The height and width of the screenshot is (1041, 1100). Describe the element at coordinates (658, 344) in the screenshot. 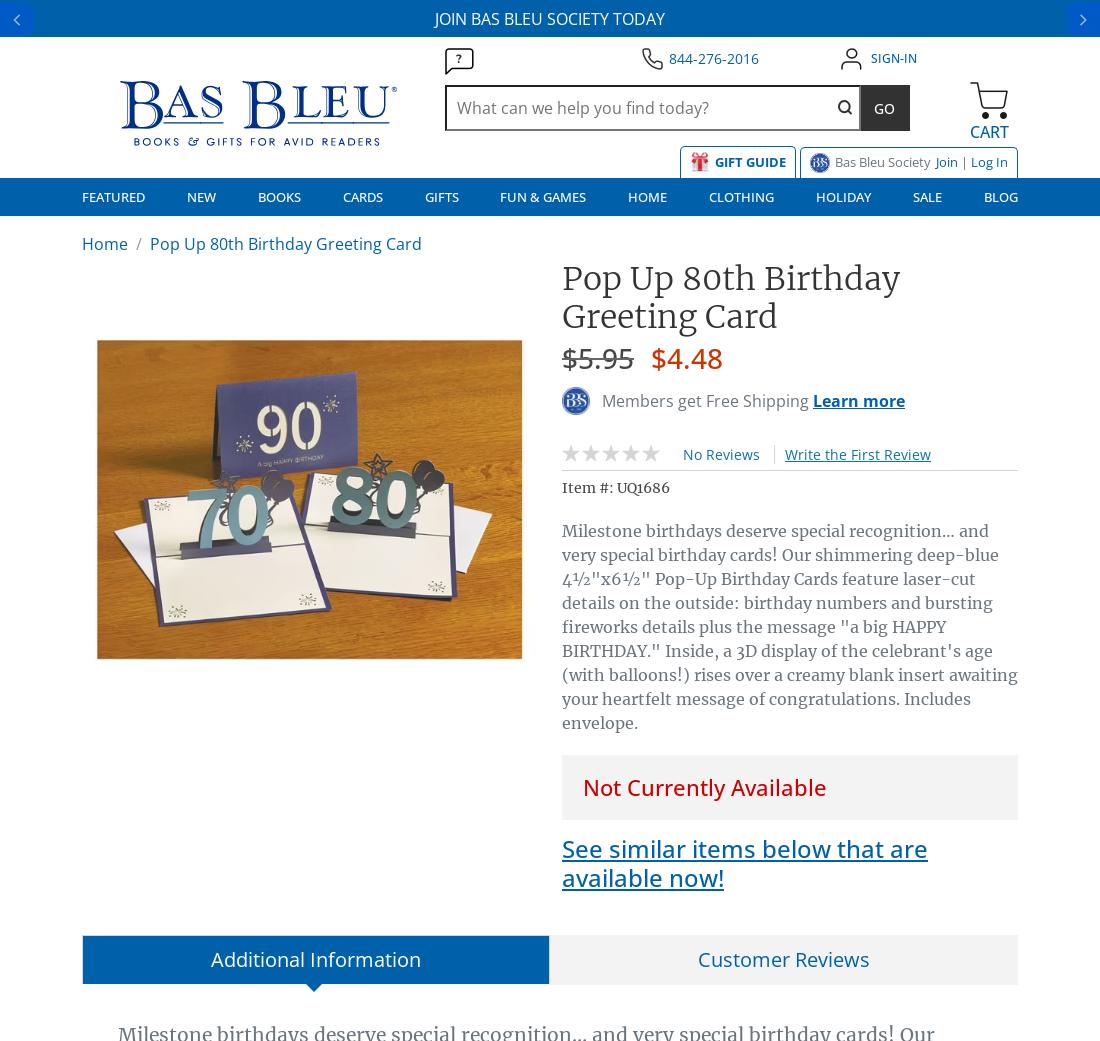

I see `'Quick Order / Tax Estimate'` at that location.